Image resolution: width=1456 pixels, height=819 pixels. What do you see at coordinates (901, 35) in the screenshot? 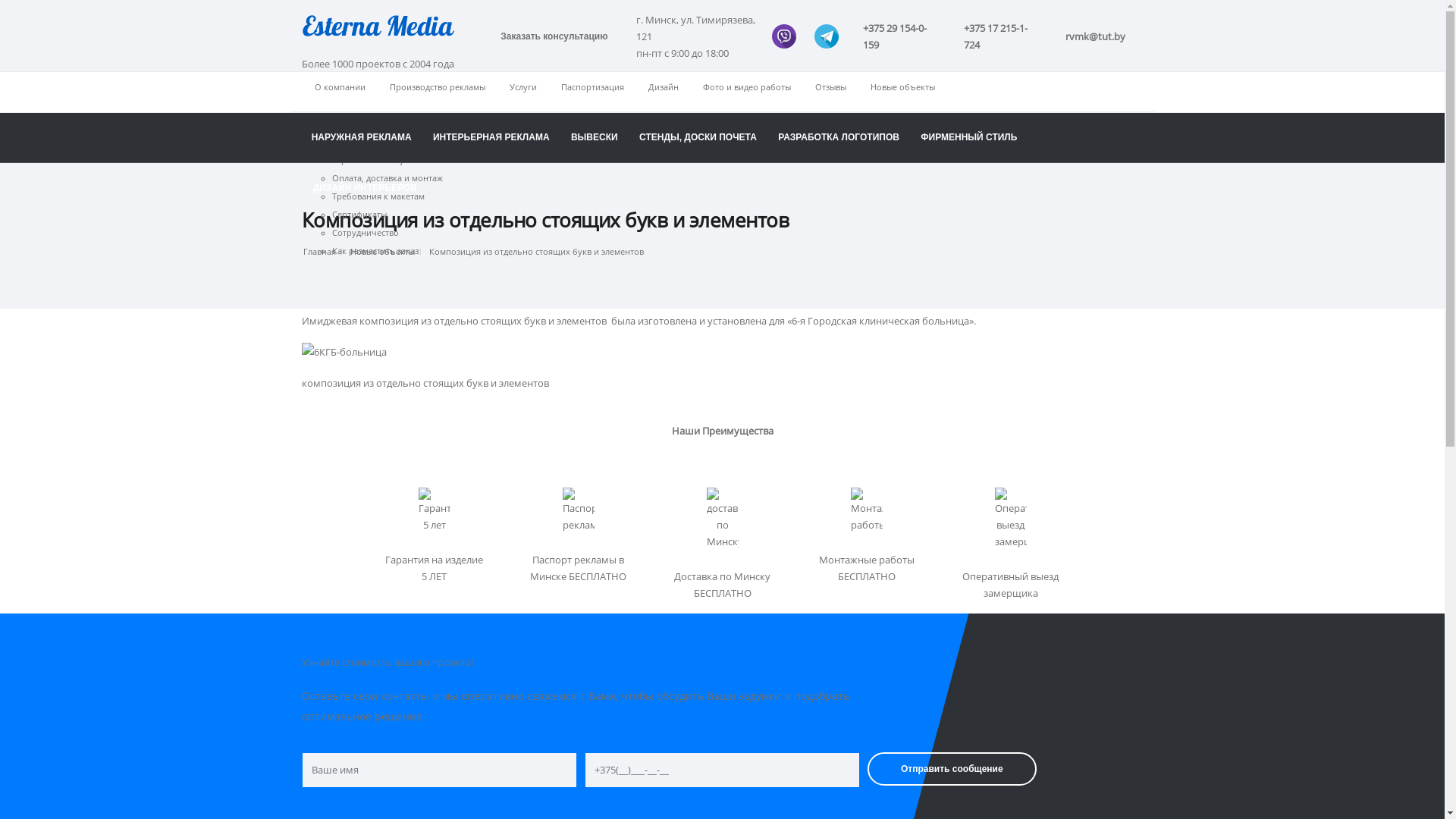
I see `'+375 29 154-0-159'` at bounding box center [901, 35].